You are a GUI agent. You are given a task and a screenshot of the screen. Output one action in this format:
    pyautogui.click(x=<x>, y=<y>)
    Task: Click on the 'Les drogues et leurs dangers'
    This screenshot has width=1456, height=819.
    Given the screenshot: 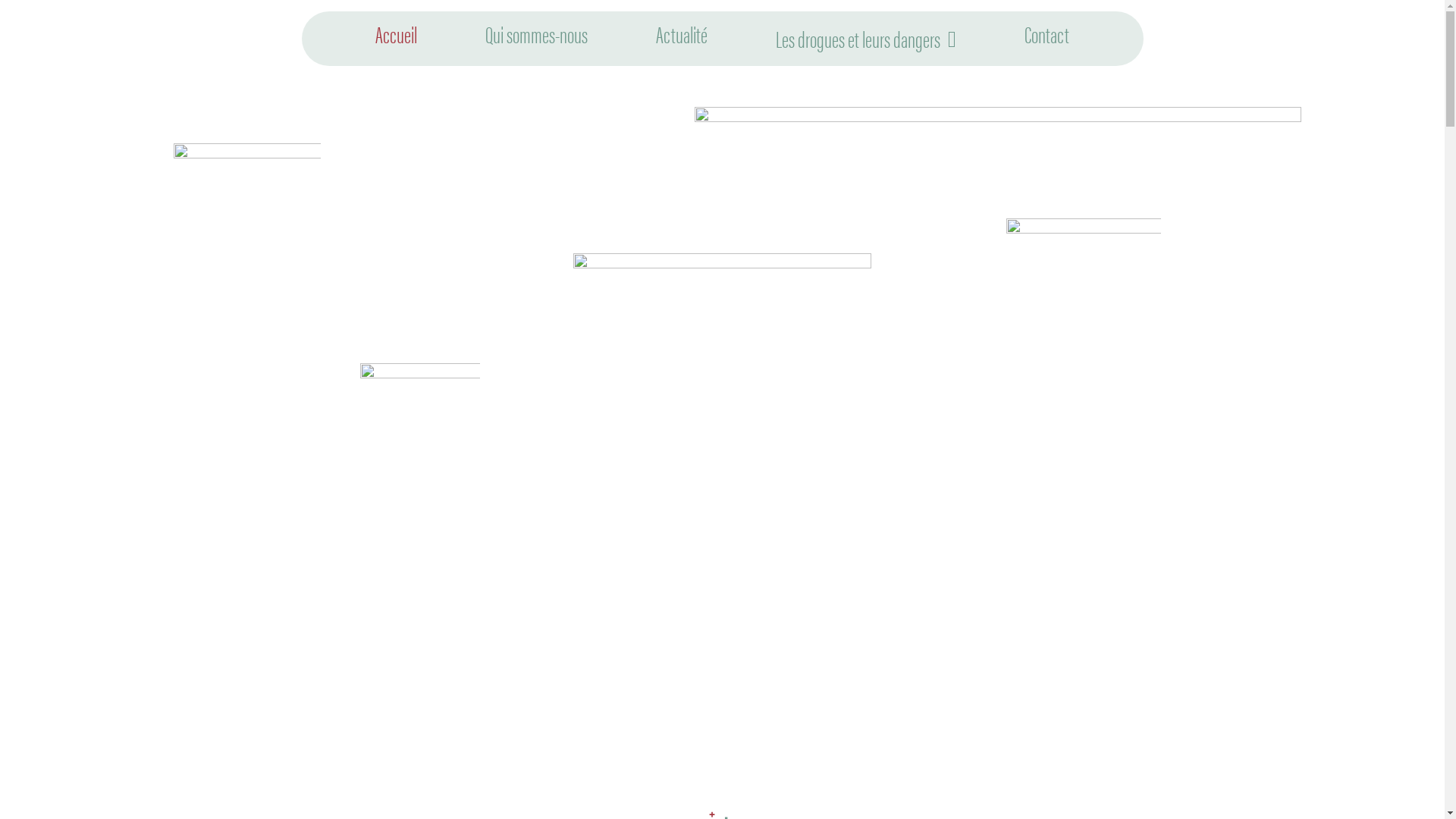 What is the action you would take?
    pyautogui.click(x=866, y=37)
    